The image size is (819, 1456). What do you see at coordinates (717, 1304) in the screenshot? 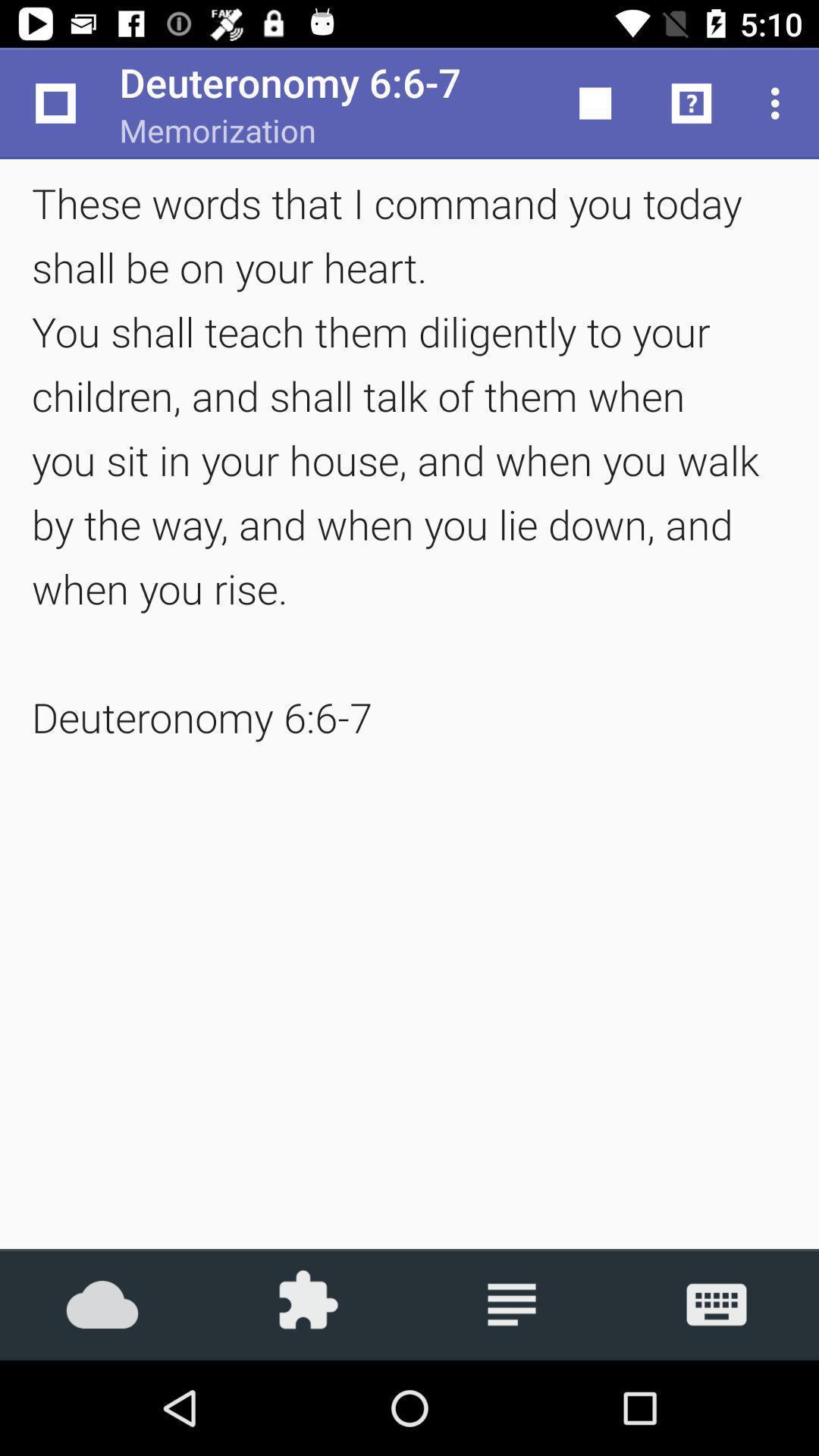
I see `bring up keyboard` at bounding box center [717, 1304].